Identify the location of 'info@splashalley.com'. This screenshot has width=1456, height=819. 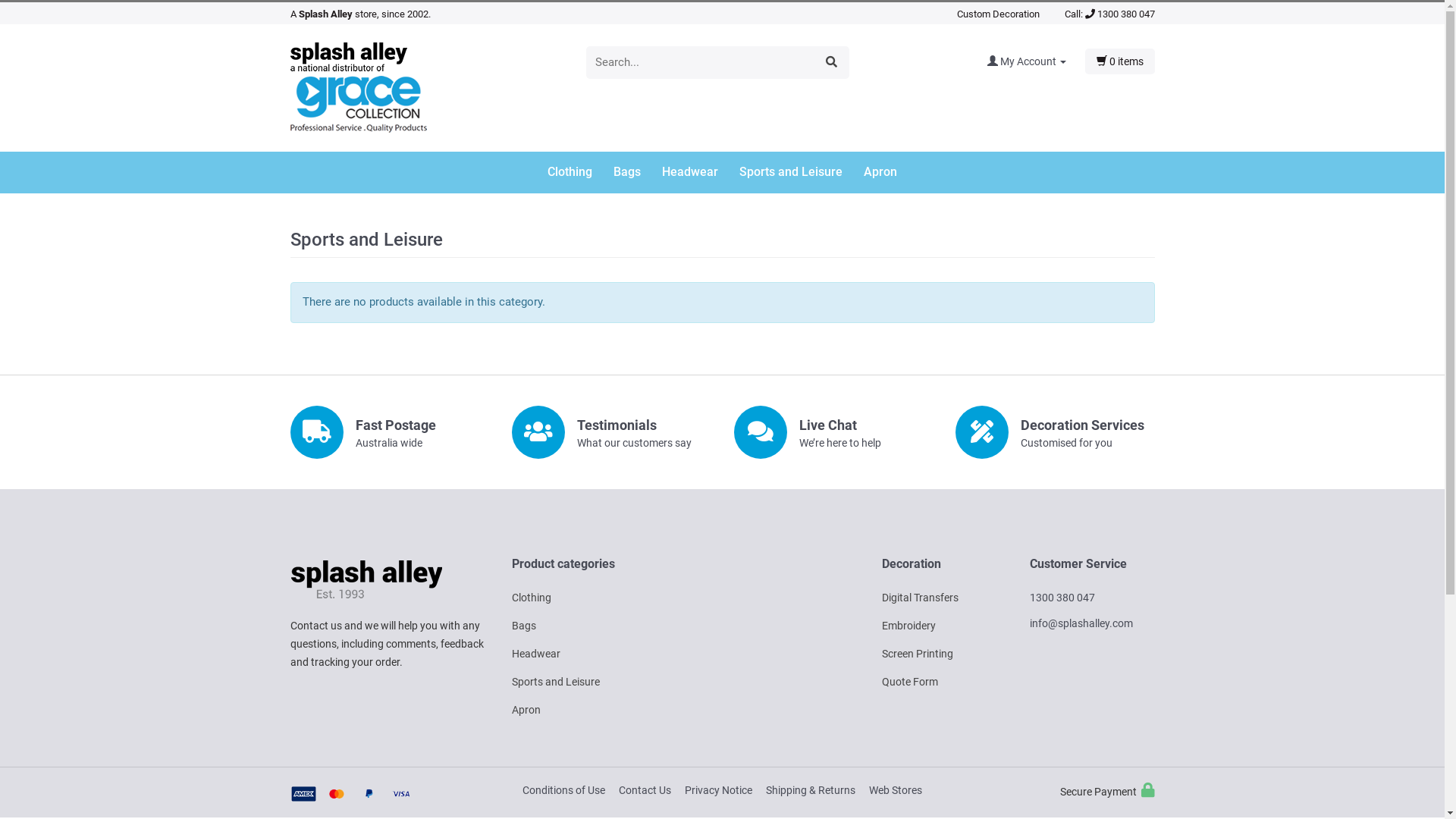
(1080, 623).